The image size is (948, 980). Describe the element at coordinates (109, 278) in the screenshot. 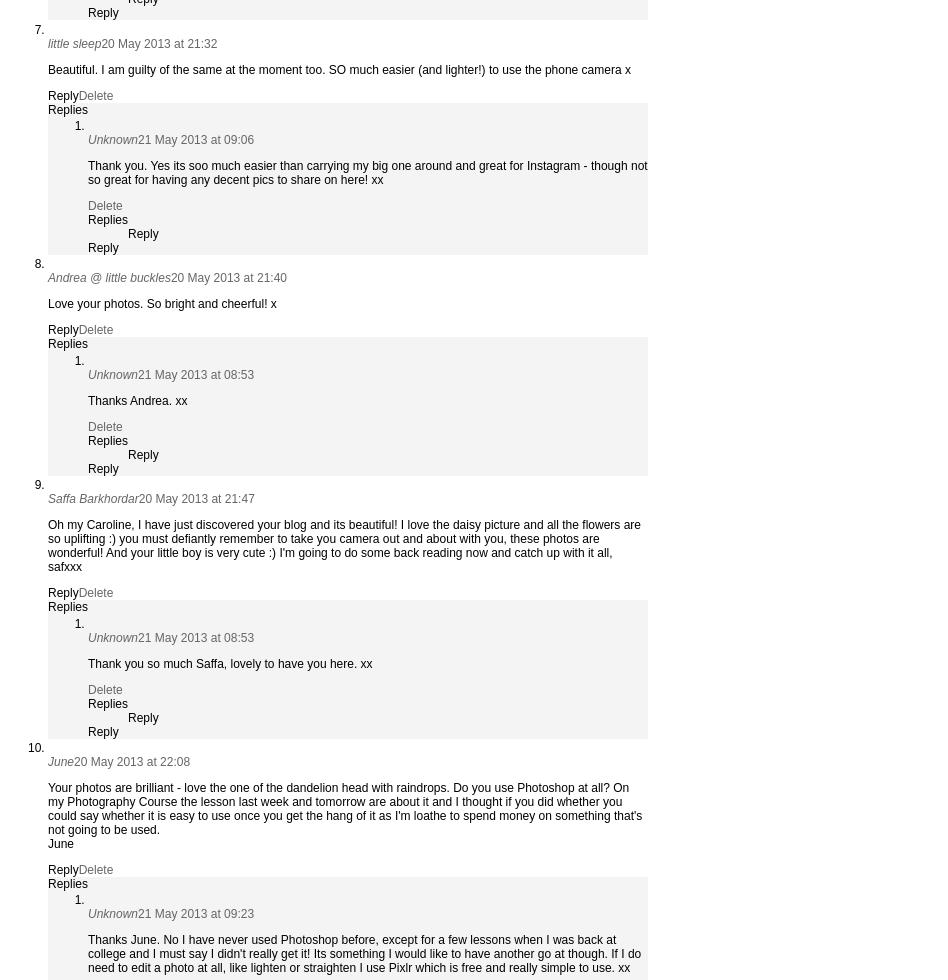

I see `'Andrea @ little buckles'` at that location.